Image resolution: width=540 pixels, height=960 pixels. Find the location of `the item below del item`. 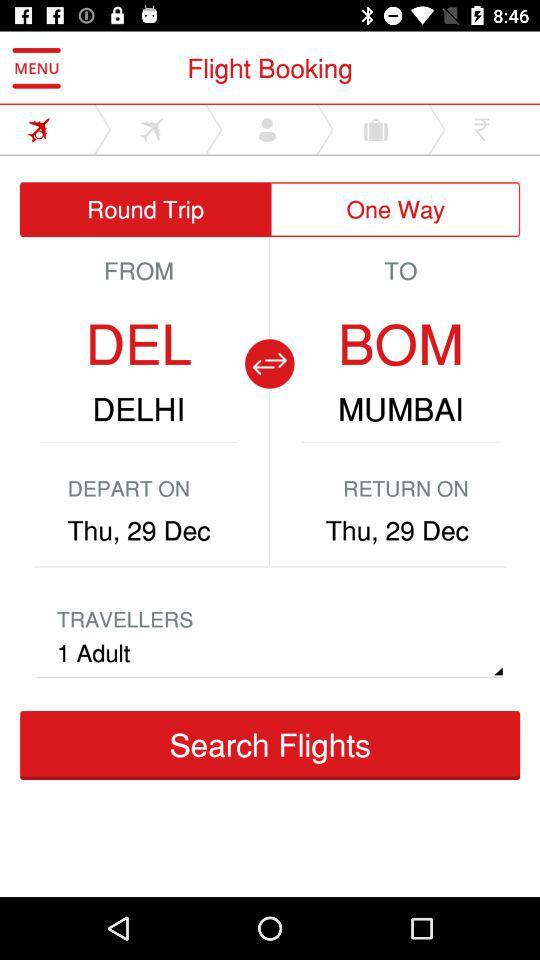

the item below del item is located at coordinates (137, 408).